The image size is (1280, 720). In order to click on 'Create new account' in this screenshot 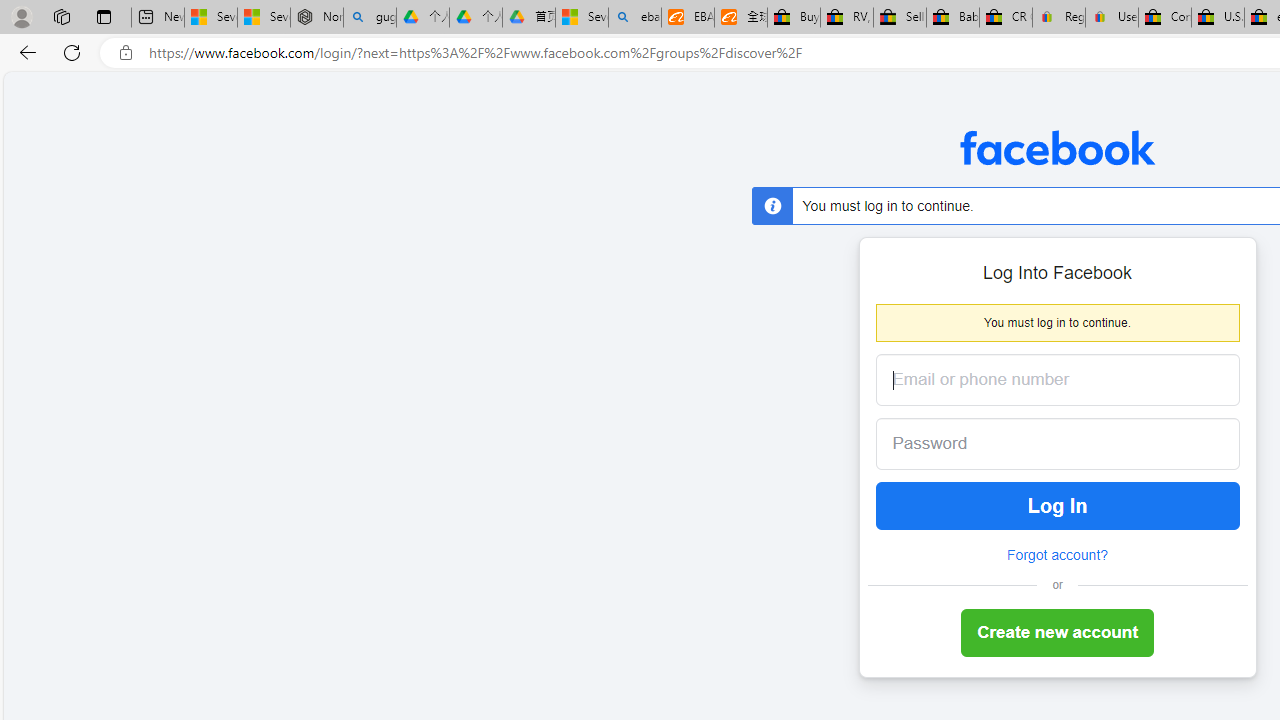, I will do `click(1056, 633)`.